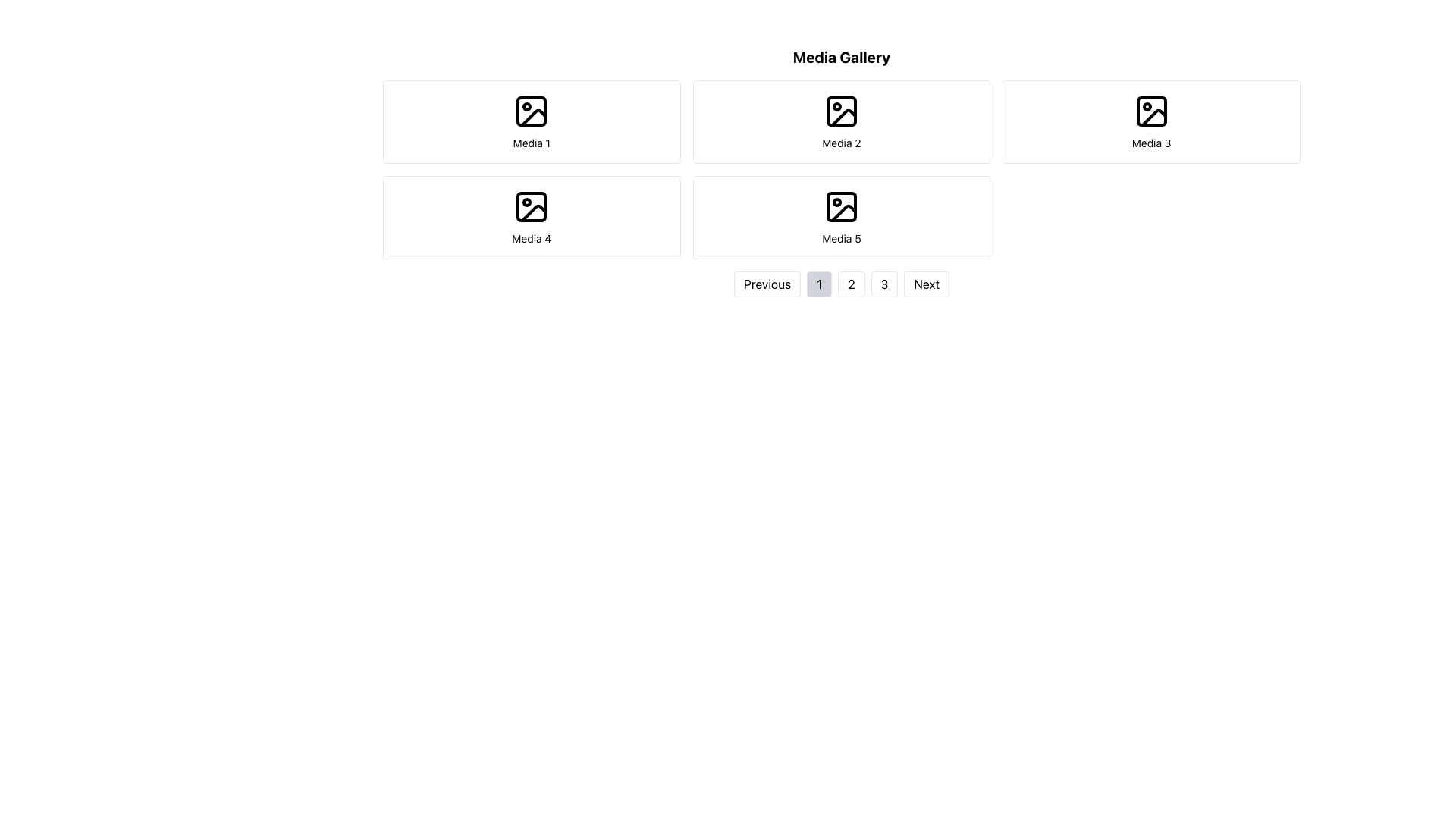 The width and height of the screenshot is (1456, 819). What do you see at coordinates (1151, 121) in the screenshot?
I see `the card component labeled 'Media 3', which features an image icon and a descriptive text label, and is the third card in a grid layout` at bounding box center [1151, 121].